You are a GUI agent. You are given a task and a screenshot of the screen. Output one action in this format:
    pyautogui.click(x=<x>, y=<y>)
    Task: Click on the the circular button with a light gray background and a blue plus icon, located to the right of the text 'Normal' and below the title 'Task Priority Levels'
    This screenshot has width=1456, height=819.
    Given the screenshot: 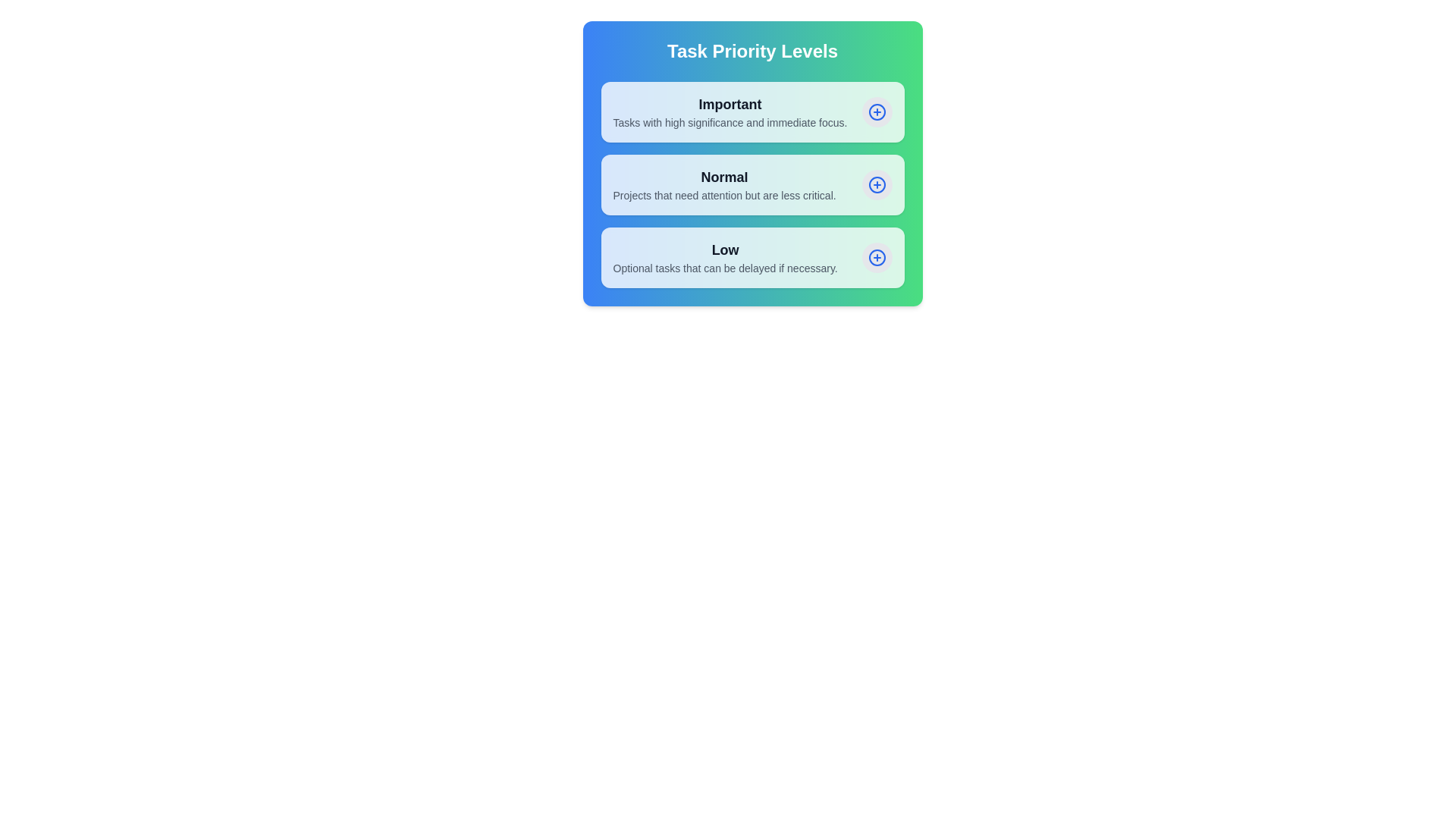 What is the action you would take?
    pyautogui.click(x=877, y=184)
    